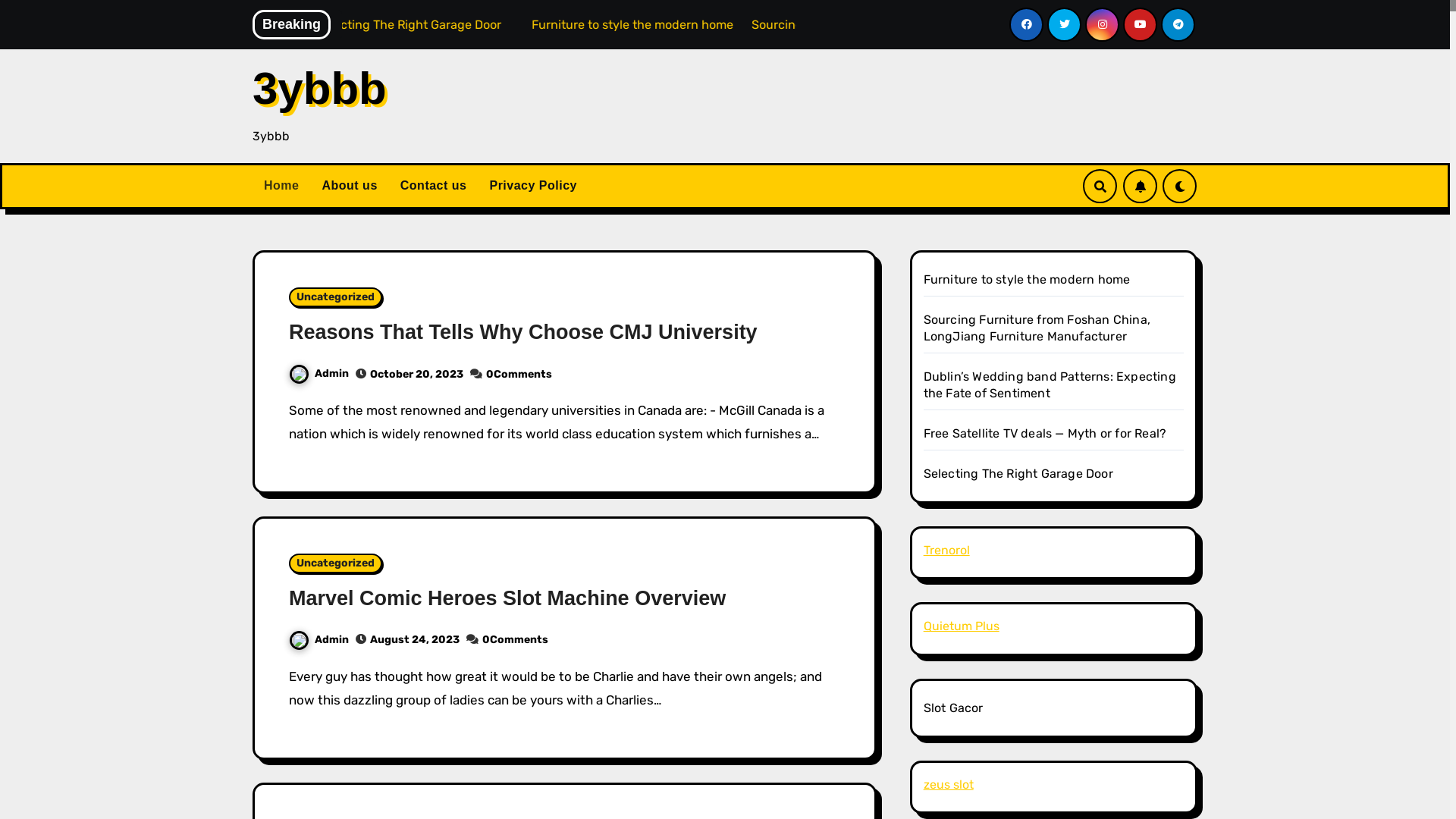  I want to click on 'October 20, 2023', so click(416, 374).